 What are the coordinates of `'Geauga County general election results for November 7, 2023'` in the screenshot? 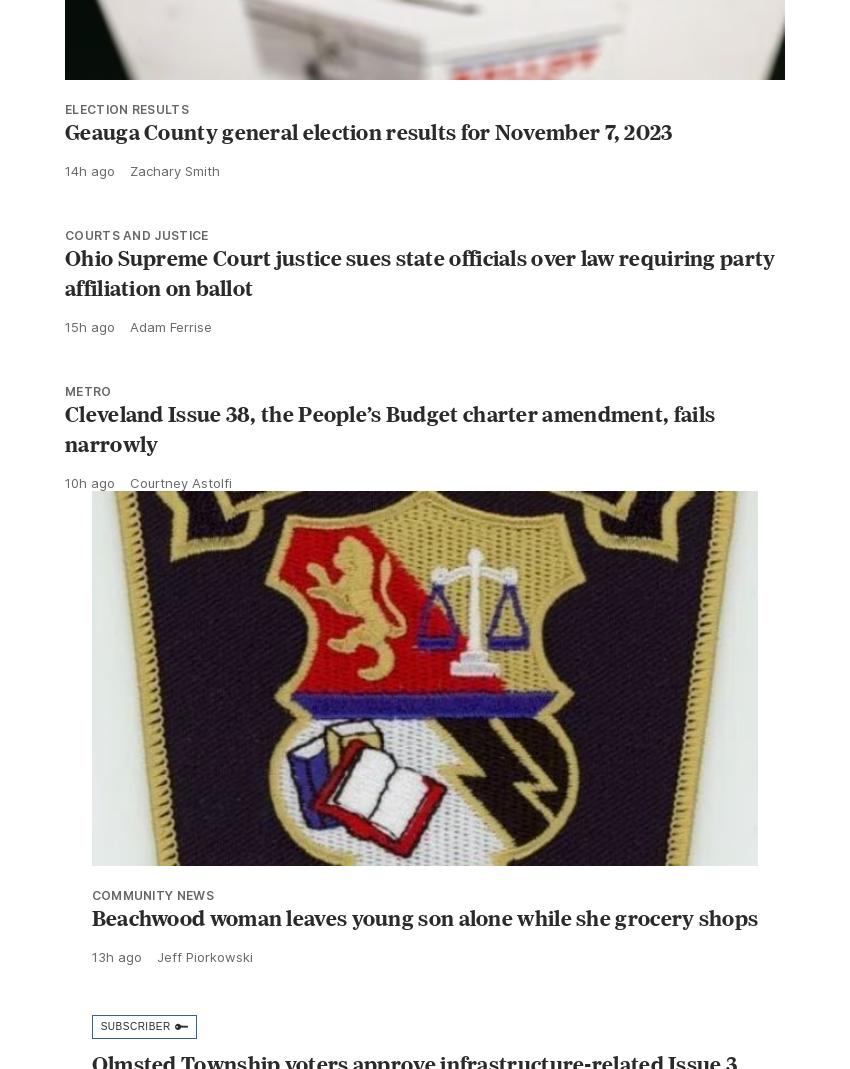 It's located at (367, 175).